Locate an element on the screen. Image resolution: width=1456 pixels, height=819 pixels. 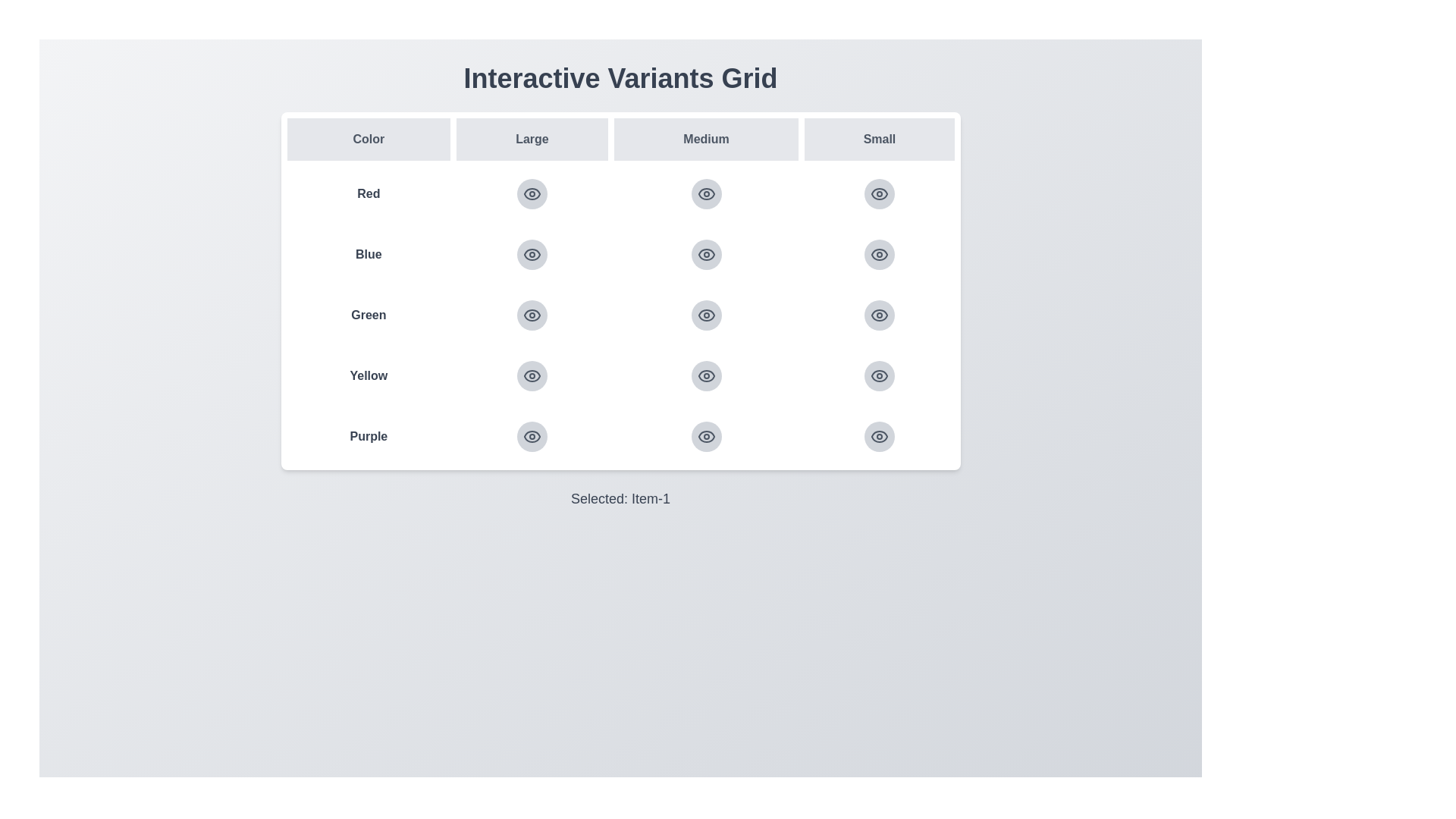
the Text Label that represents the green color, which is the third entry in the vertical list under the 'Color' column is located at coordinates (369, 315).